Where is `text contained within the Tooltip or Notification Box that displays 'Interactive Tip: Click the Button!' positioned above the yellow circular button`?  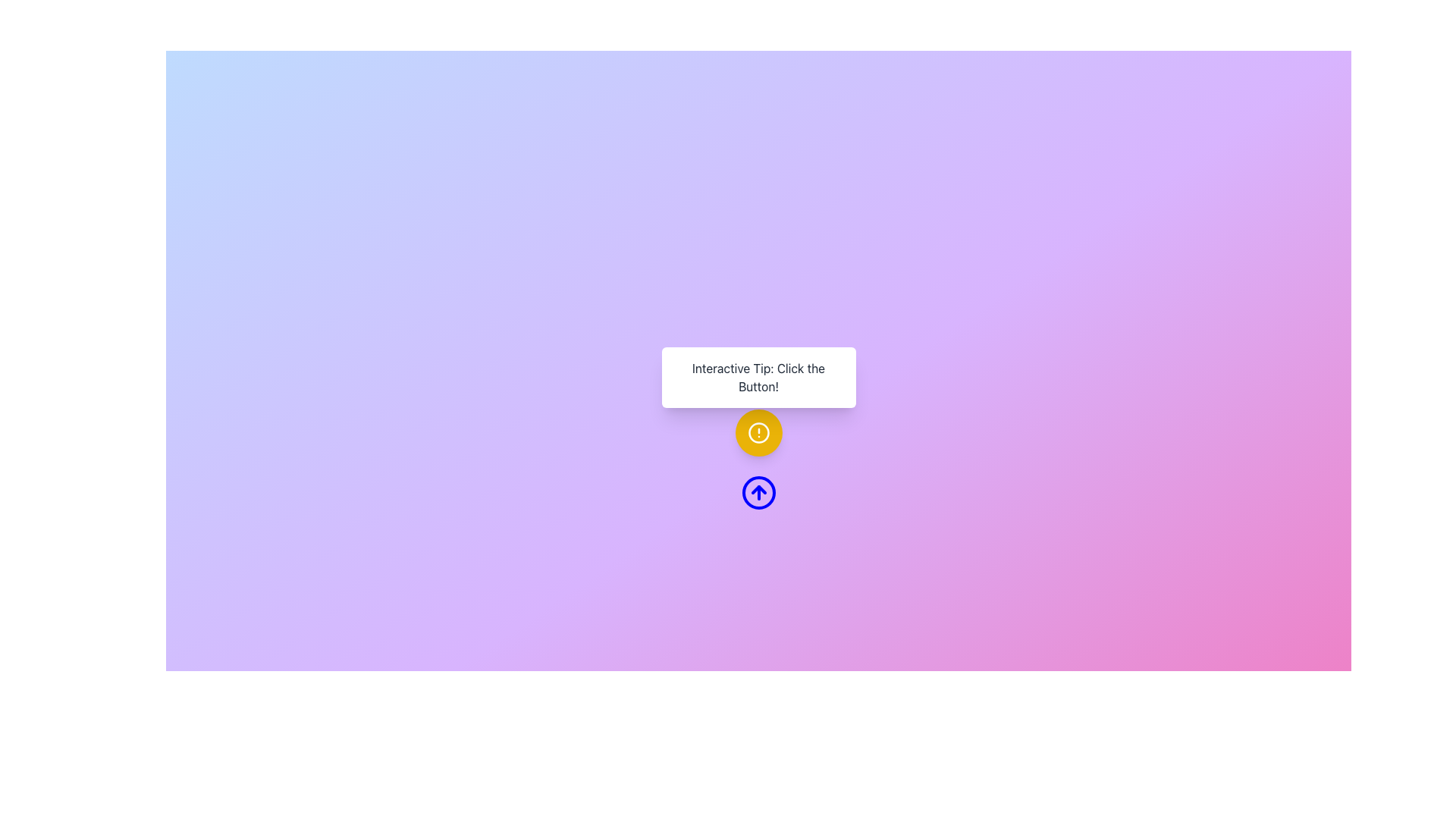
text contained within the Tooltip or Notification Box that displays 'Interactive Tip: Click the Button!' positioned above the yellow circular button is located at coordinates (758, 376).